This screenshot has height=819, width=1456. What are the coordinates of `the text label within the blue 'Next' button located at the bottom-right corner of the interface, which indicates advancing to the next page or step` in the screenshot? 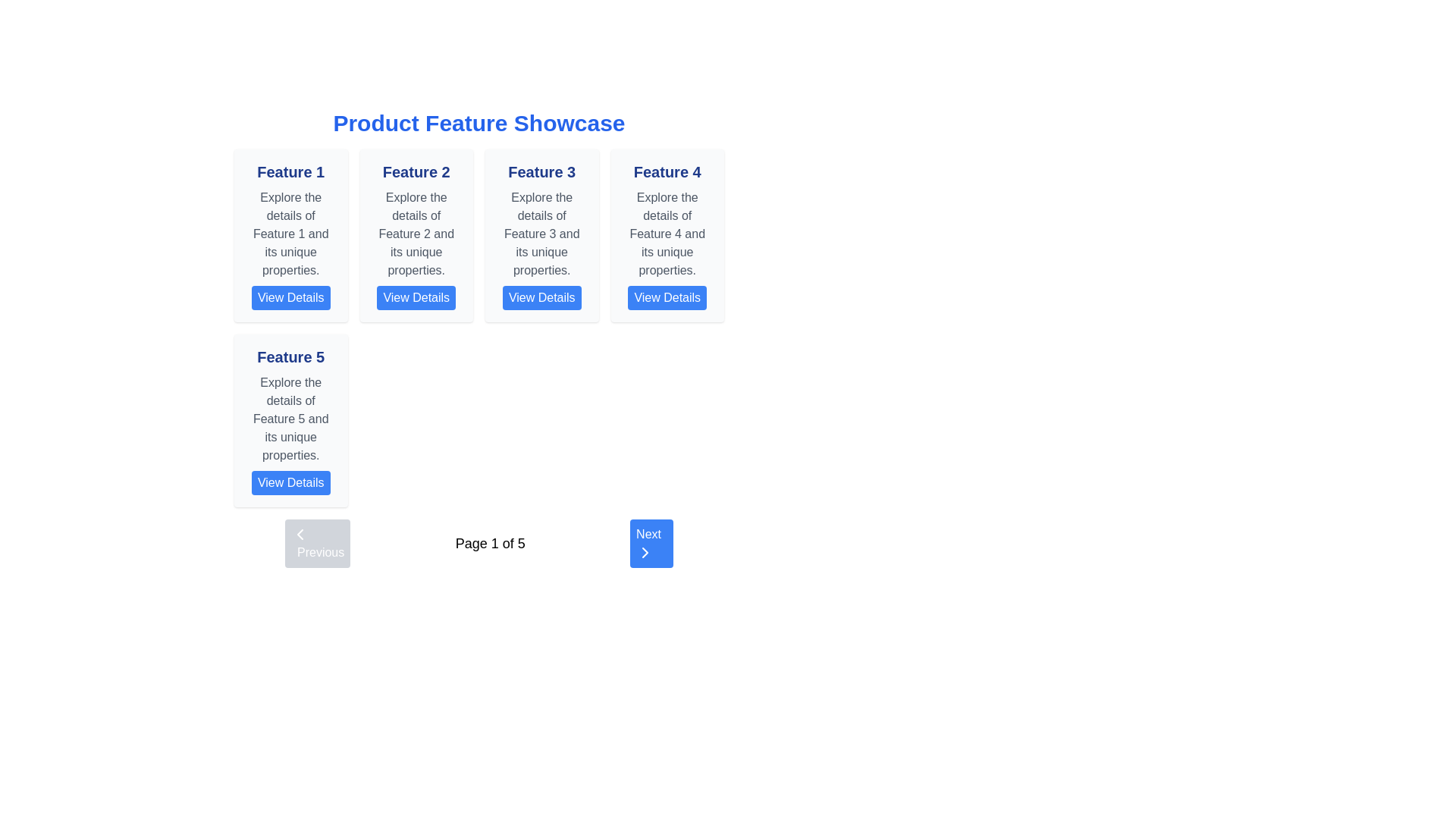 It's located at (648, 533).